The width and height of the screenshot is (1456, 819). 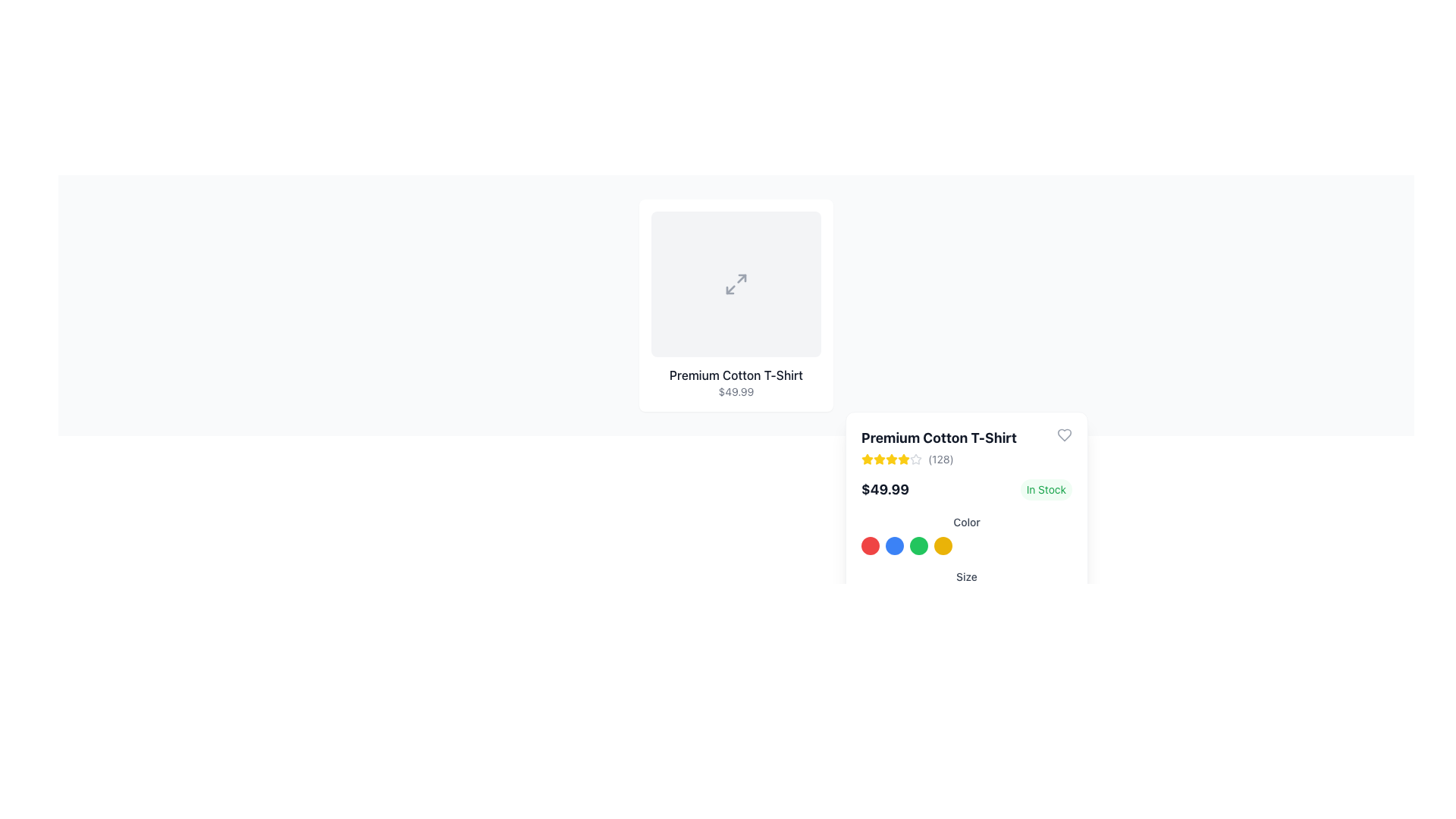 I want to click on the static text label that indicates the price of the 'Premium Cotton T-Shirt' located centrally below the product image and title within the product preview card, so click(x=736, y=391).